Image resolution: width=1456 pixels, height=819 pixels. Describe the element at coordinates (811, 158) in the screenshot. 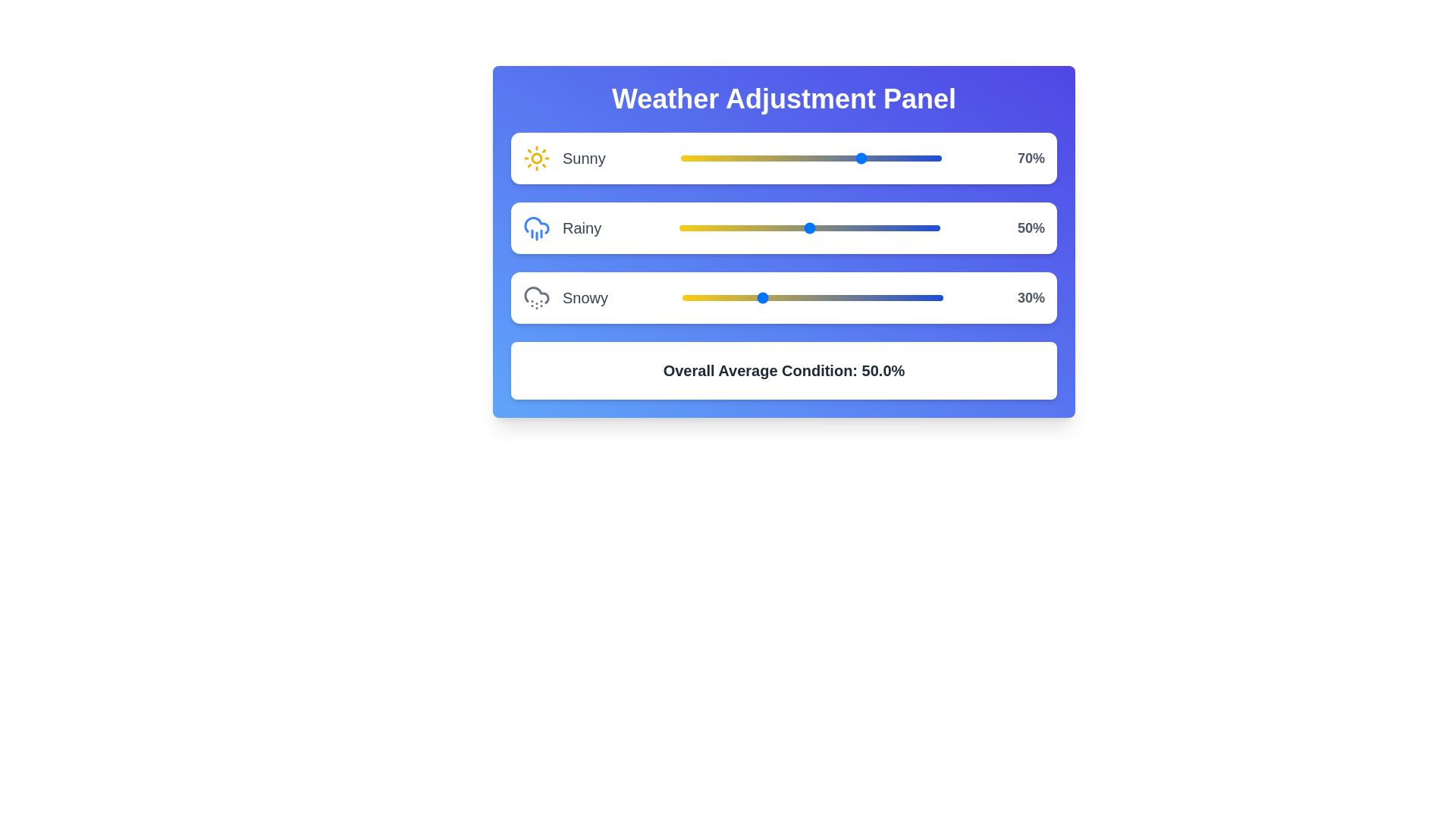

I see `the track of the horizontal range slider located in the Weather Adjustment Panel between the label 'Sunny' and the percentage value '70%' to move the handle to the clicked position` at that location.